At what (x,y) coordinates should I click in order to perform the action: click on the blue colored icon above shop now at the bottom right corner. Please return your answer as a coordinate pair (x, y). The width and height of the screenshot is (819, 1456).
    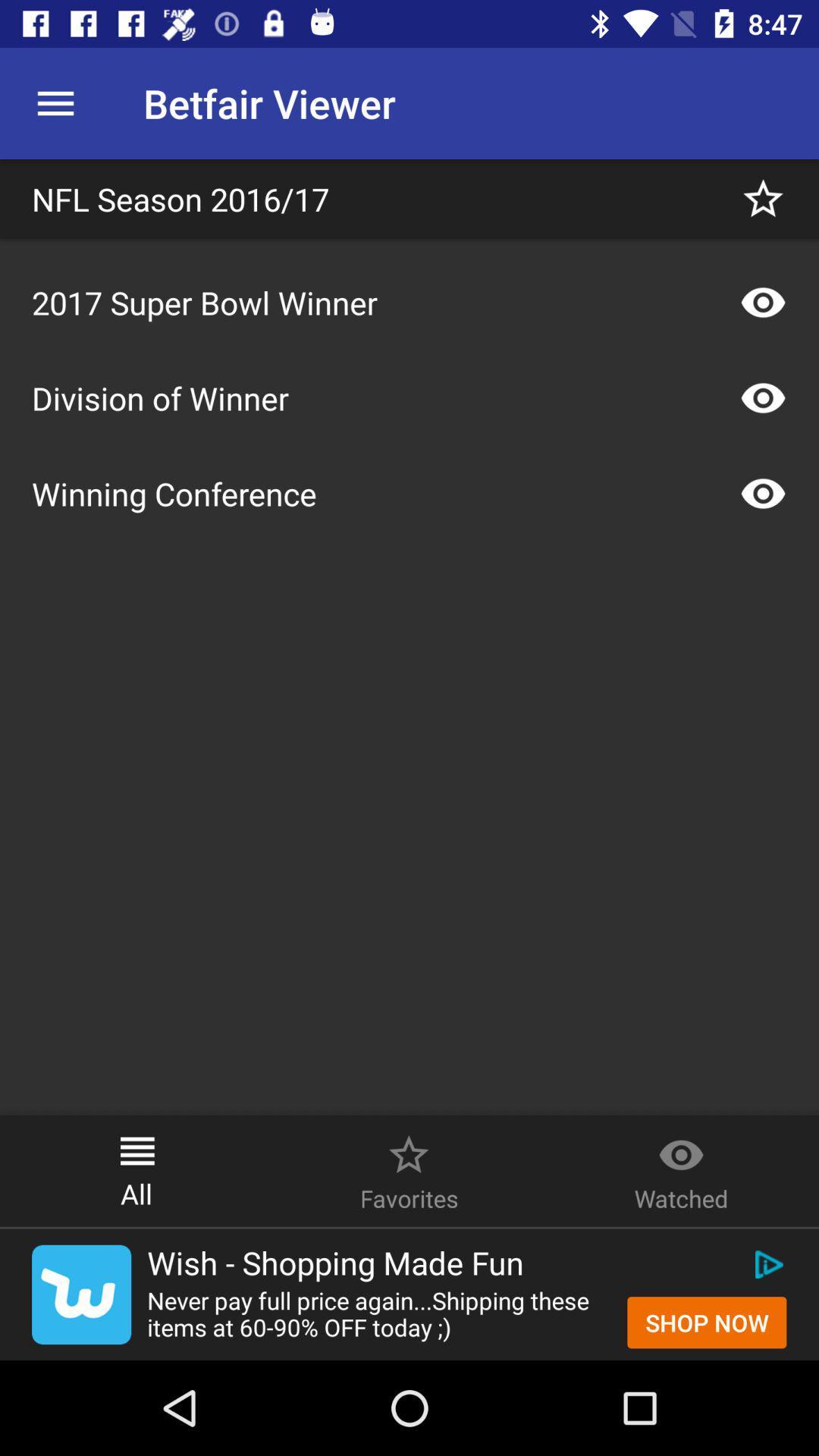
    Looking at the image, I should click on (767, 1265).